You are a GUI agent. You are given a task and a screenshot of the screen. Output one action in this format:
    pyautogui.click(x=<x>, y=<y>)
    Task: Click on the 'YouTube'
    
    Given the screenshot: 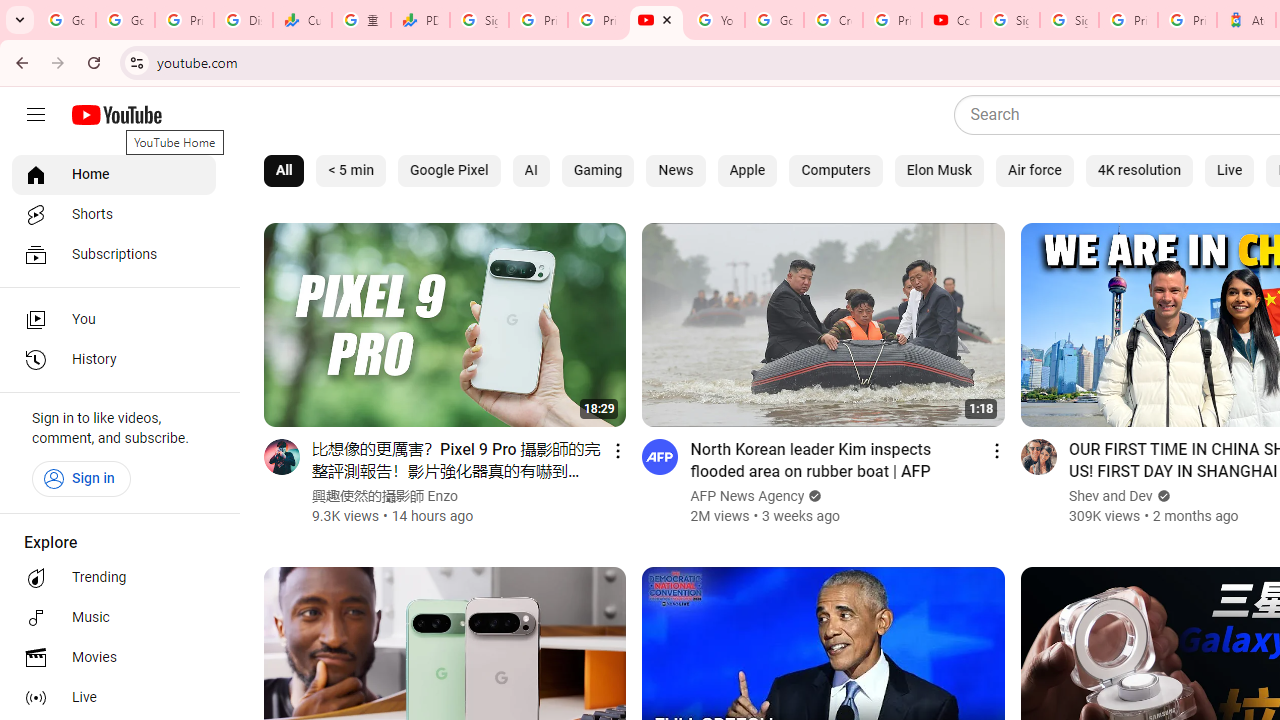 What is the action you would take?
    pyautogui.click(x=656, y=20)
    